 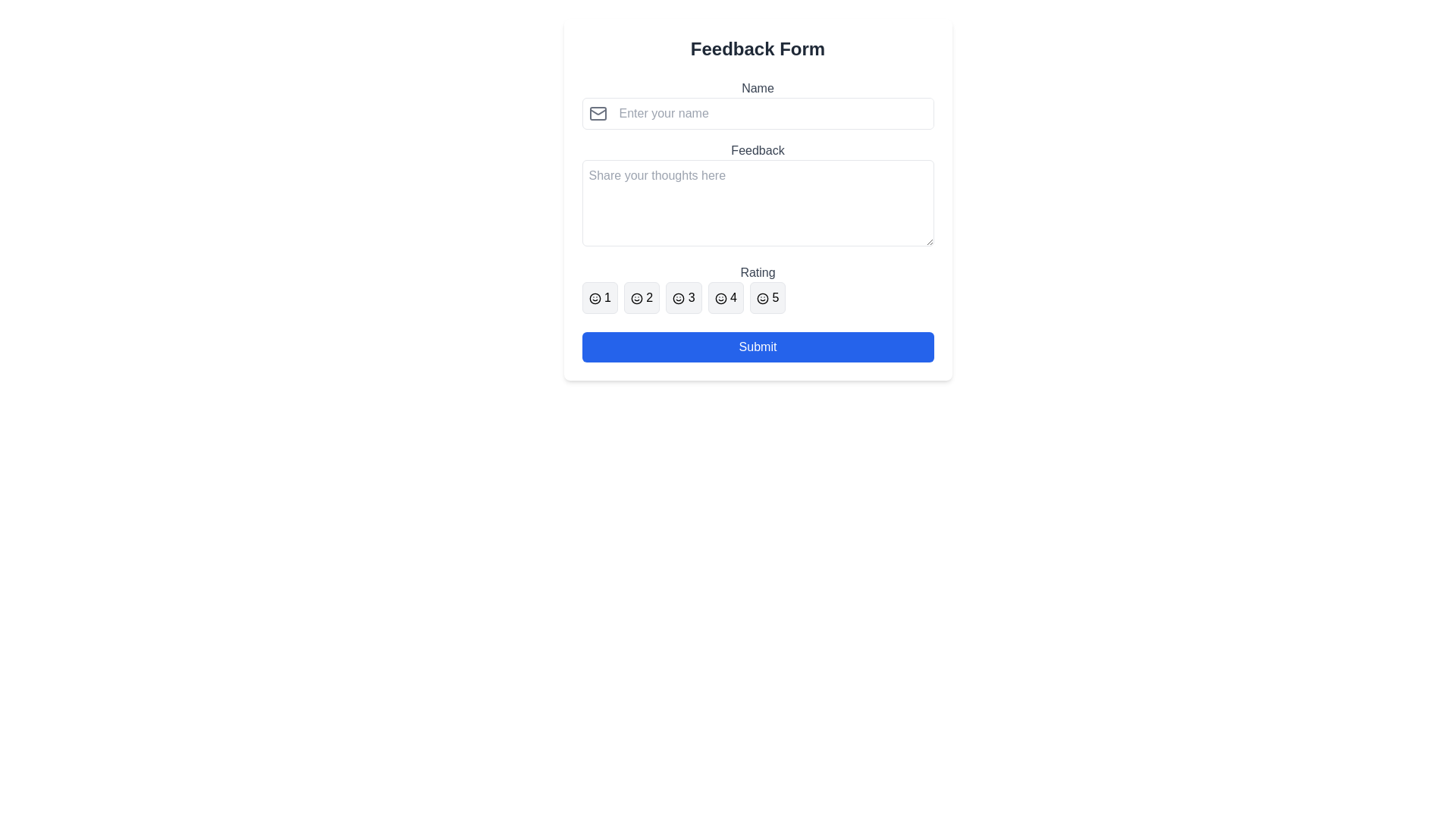 I want to click on the gray mail icon, which is a rounded rectangular envelope shape with a diagonal flap, located to the left of the 'Name' input field in the feedback form, so click(x=597, y=113).